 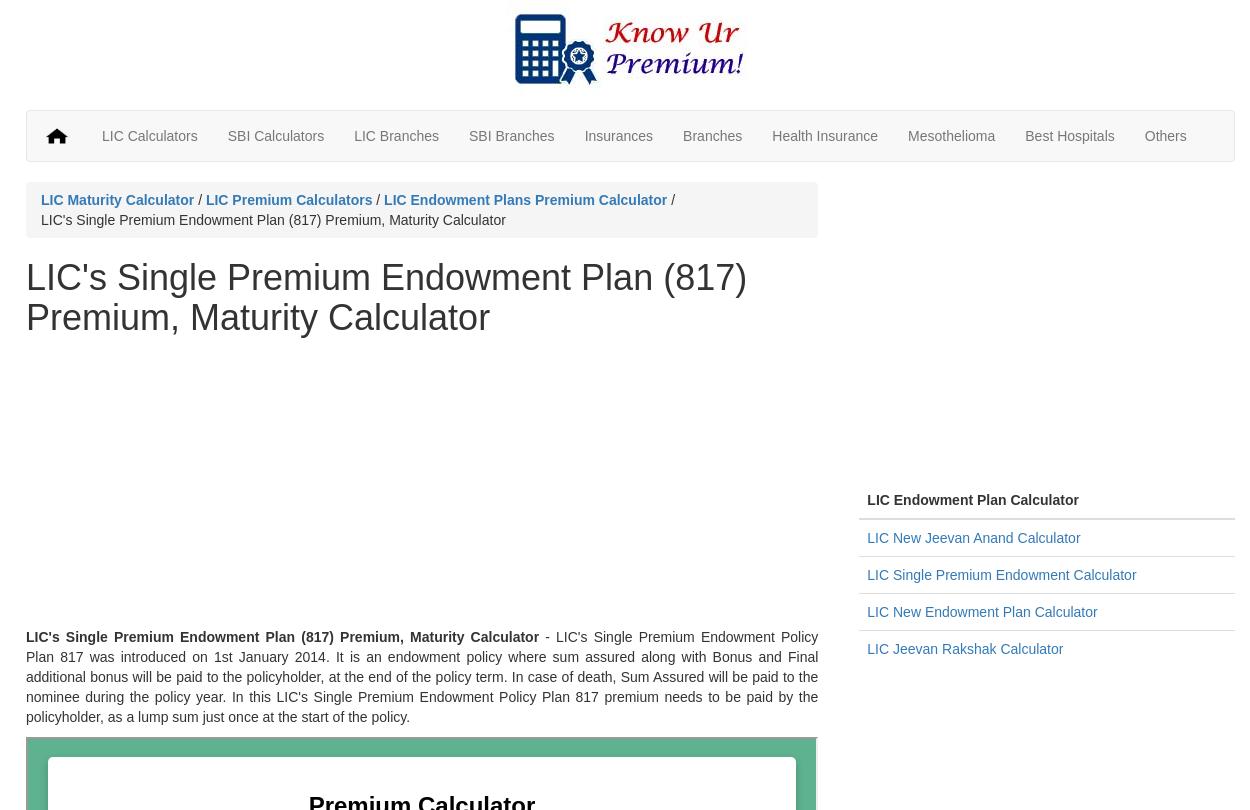 I want to click on 'LIC Maturity Calculator', so click(x=116, y=199).